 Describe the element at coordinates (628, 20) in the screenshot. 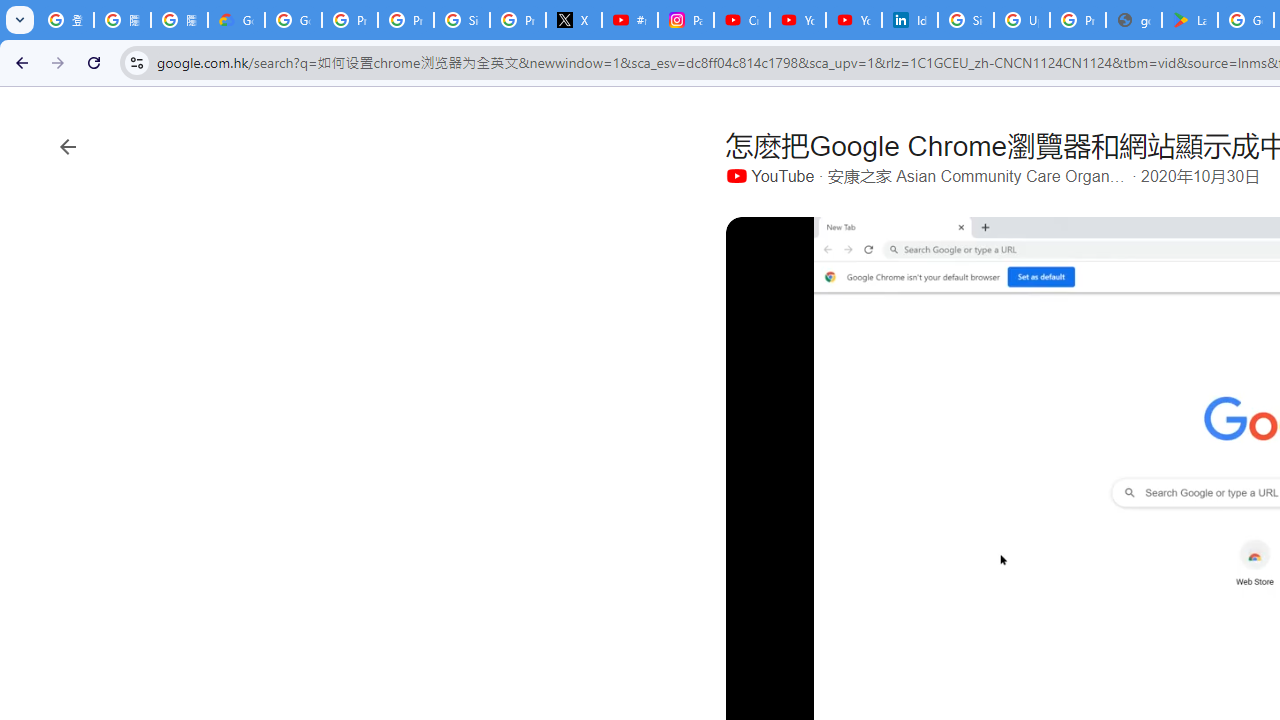

I see `'#nbabasketballhighlights - YouTube'` at that location.